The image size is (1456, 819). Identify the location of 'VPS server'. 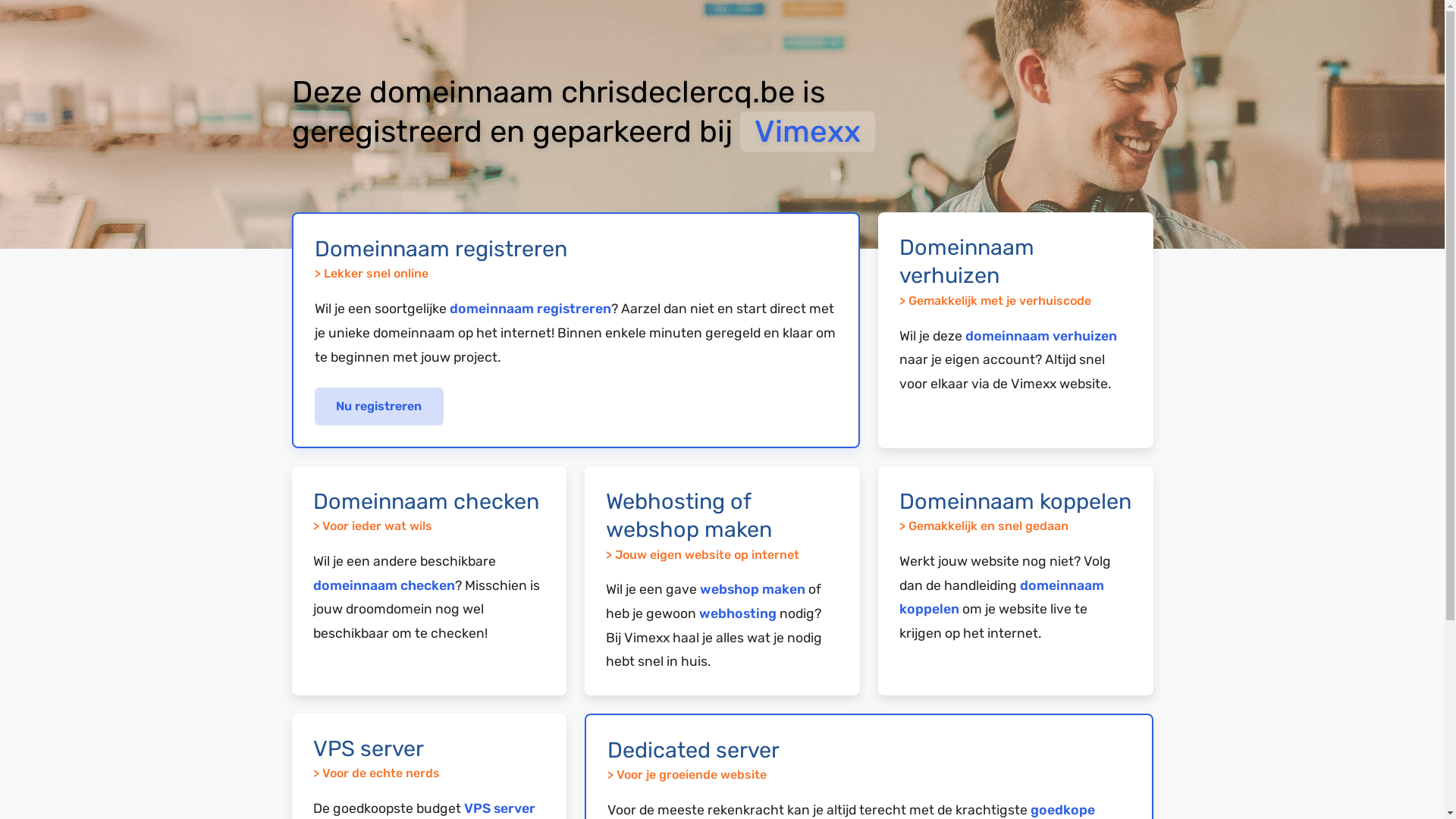
(499, 807).